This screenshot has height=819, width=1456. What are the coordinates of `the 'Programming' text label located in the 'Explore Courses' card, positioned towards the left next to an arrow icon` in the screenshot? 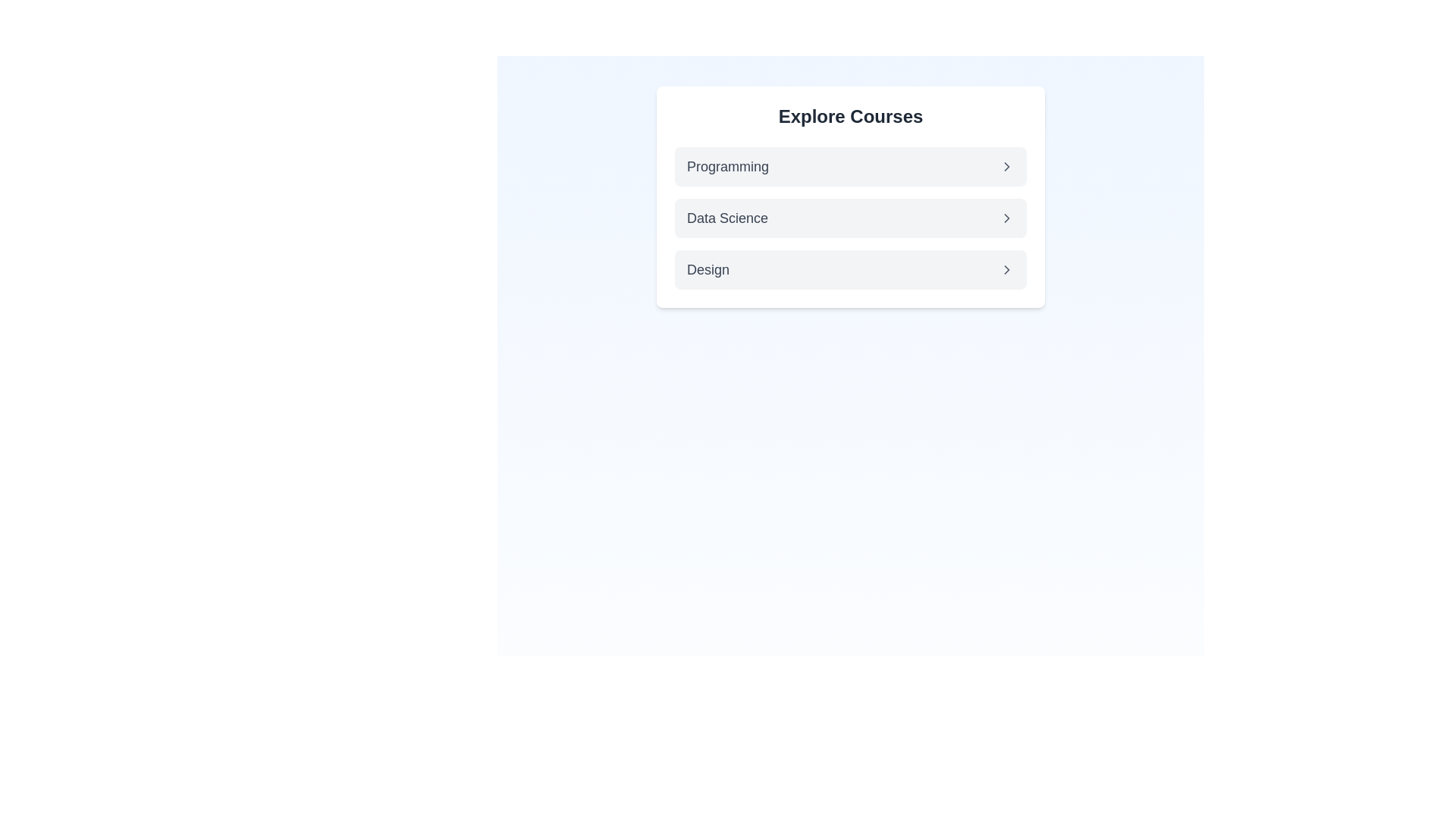 It's located at (728, 166).